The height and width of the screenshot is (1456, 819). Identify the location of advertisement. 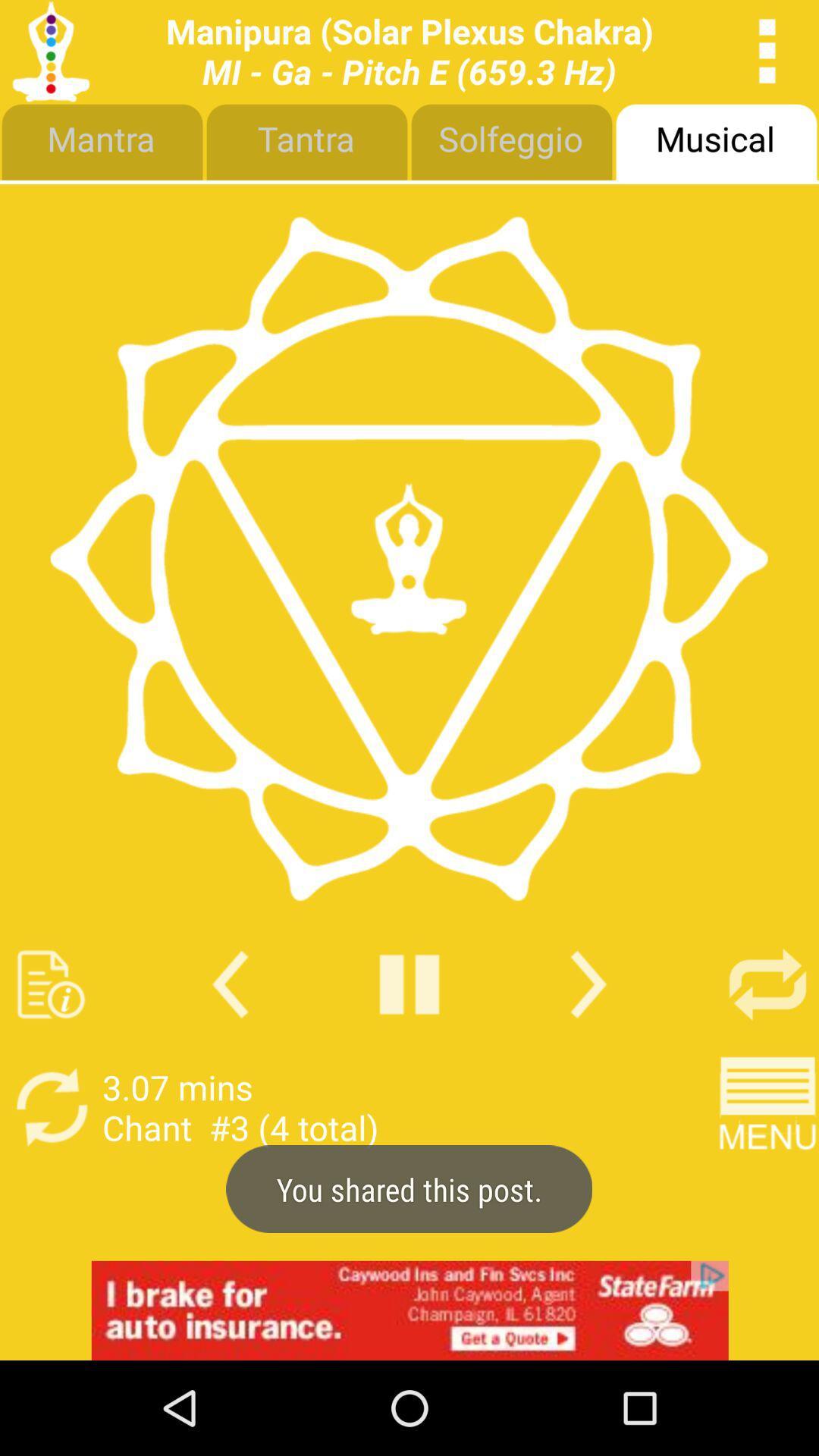
(409, 1310).